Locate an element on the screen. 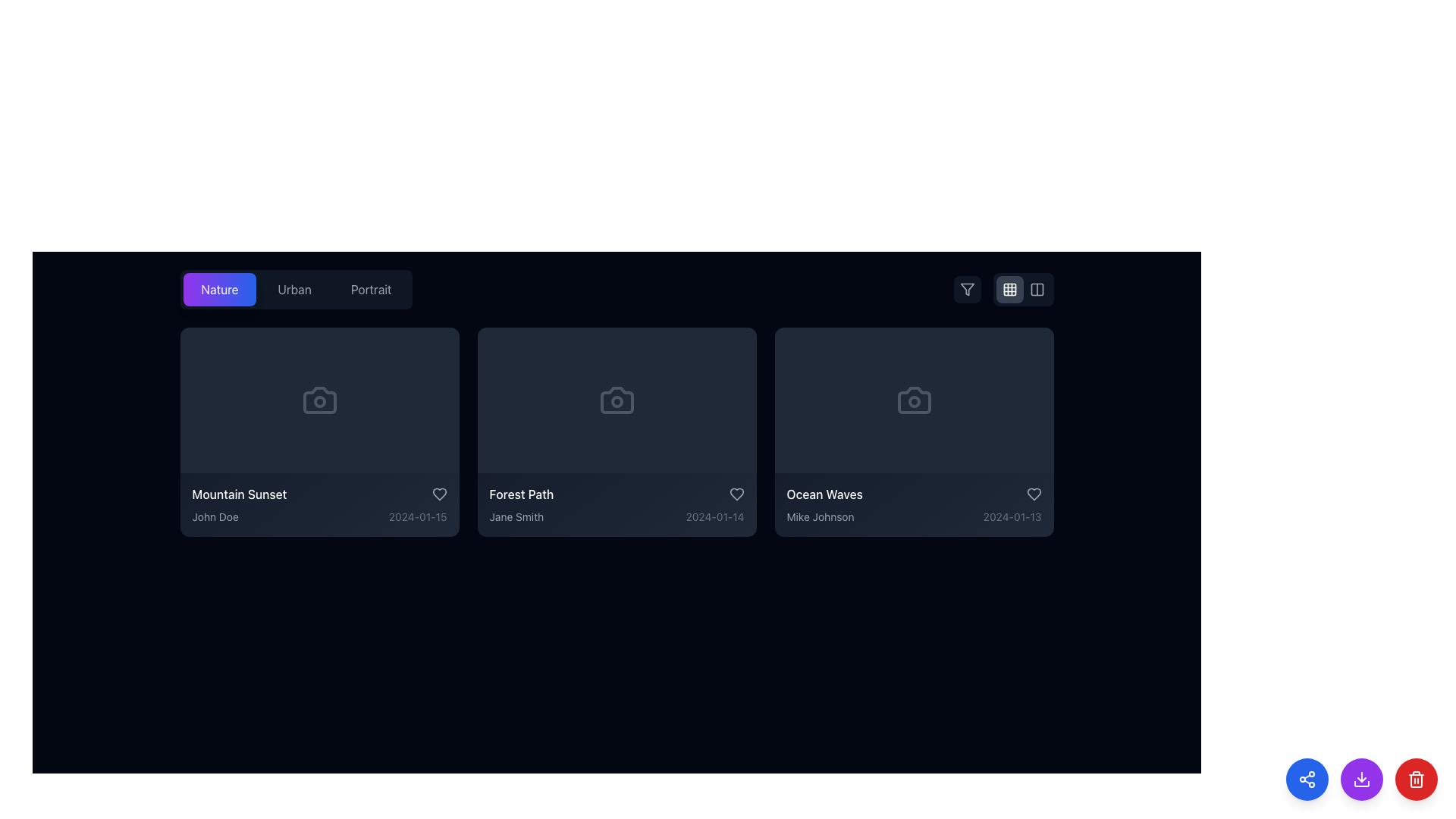 Image resolution: width=1456 pixels, height=819 pixels. the SVG icon representing photographic content within the 'Mountain Sunset' card located in the first column of the three-column layout is located at coordinates (318, 400).